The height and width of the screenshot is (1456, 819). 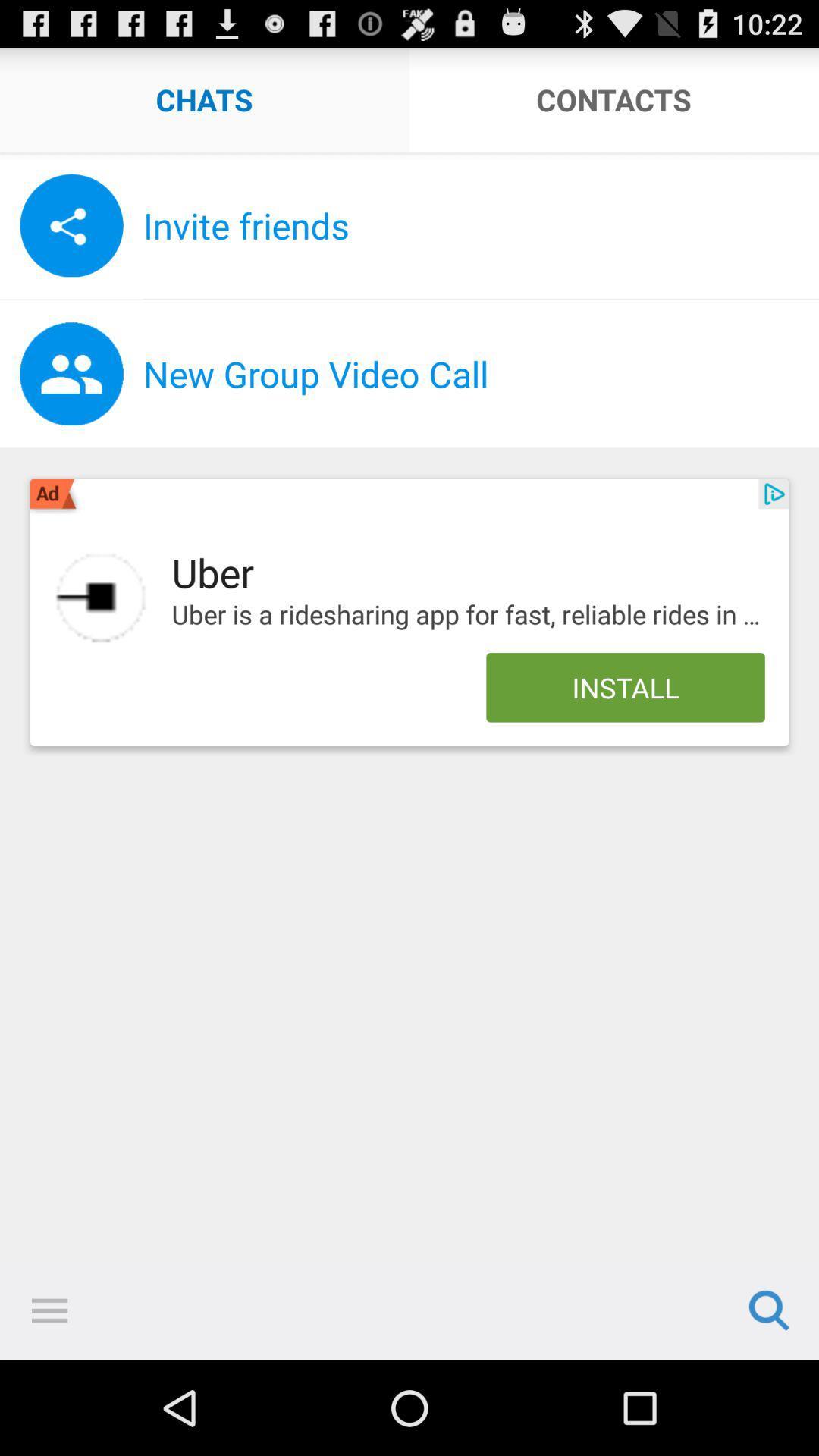 I want to click on install icon, so click(x=626, y=686).